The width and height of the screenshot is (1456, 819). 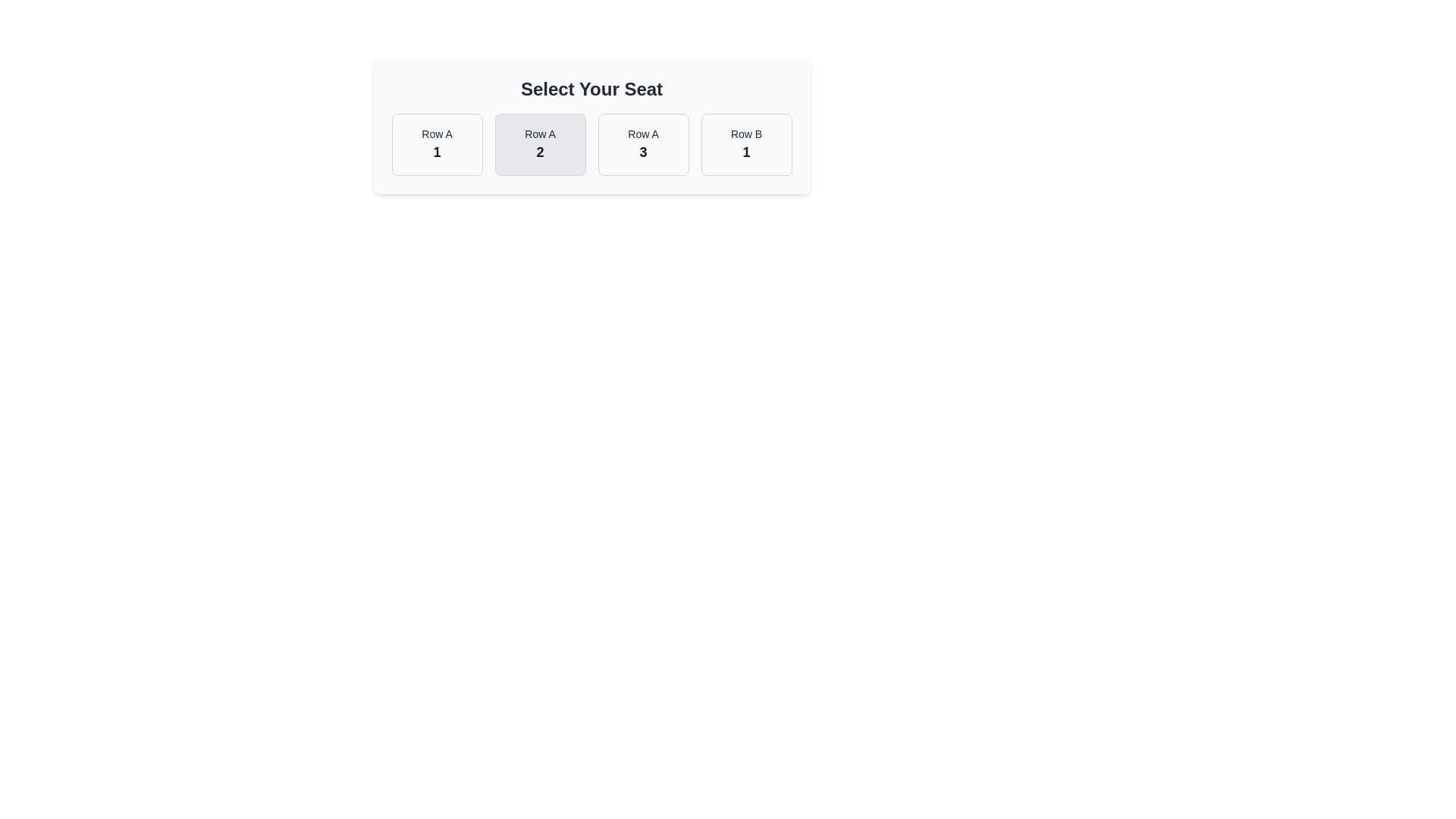 I want to click on the text label identifying 'Row A' in the third column of the grid layout under the 'Select Your Seat' header, so click(x=643, y=133).